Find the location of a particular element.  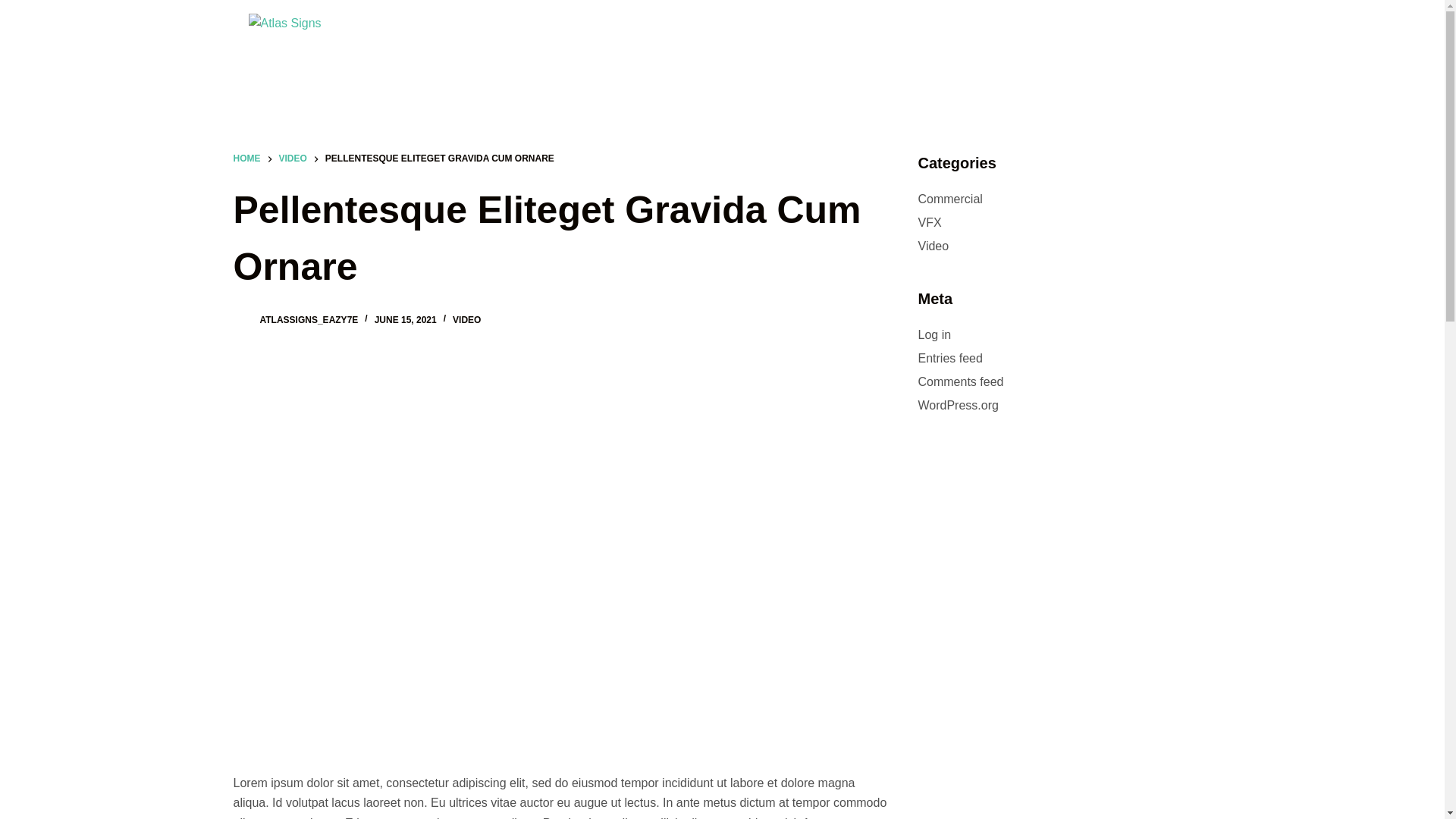

'Video' is located at coordinates (916, 245).